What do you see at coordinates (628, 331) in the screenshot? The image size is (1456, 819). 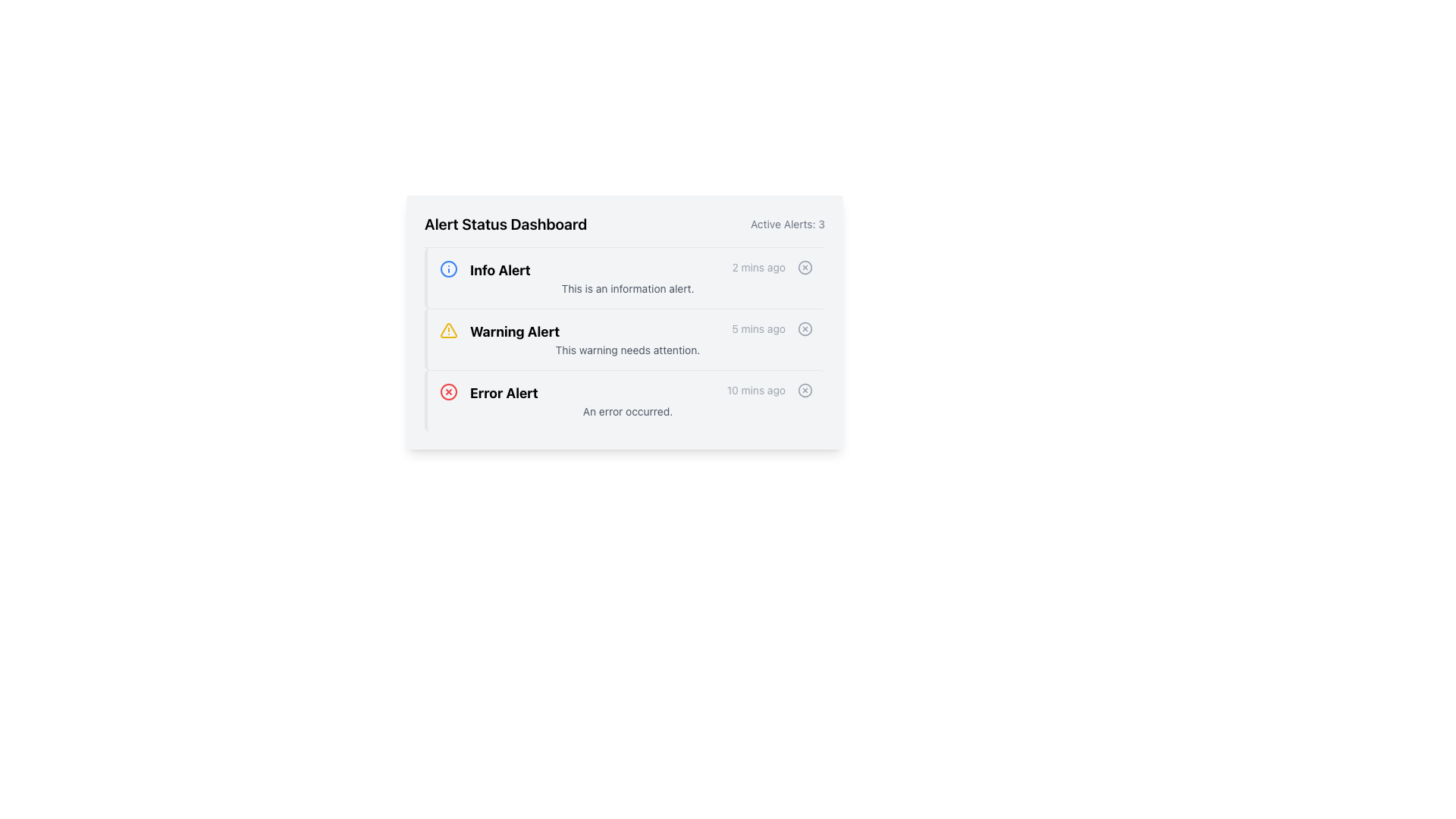 I see `the second Notification List Item in the alert panel that communicates a warning alert, positioned between the 'Info Alert' and 'Error Alert'` at bounding box center [628, 331].